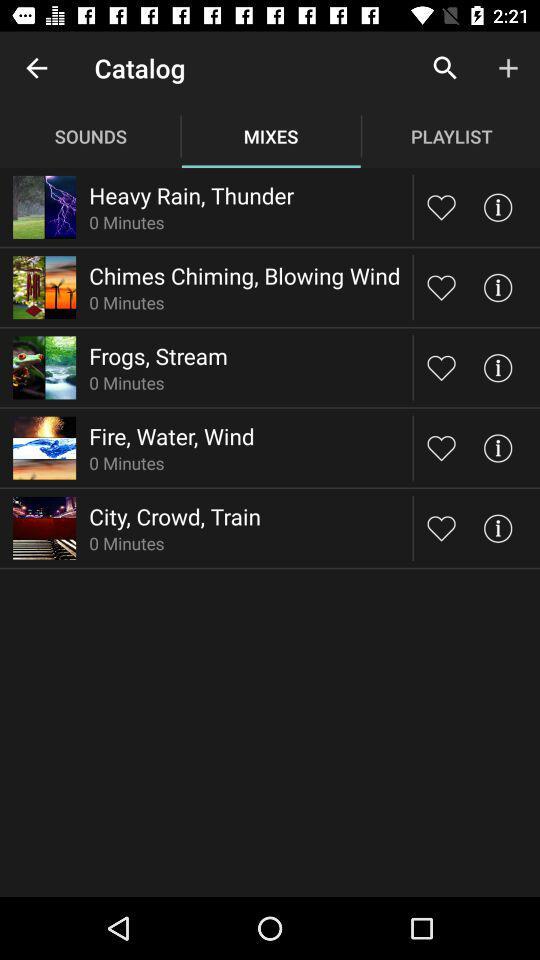 The image size is (540, 960). I want to click on love the rain, so click(441, 207).